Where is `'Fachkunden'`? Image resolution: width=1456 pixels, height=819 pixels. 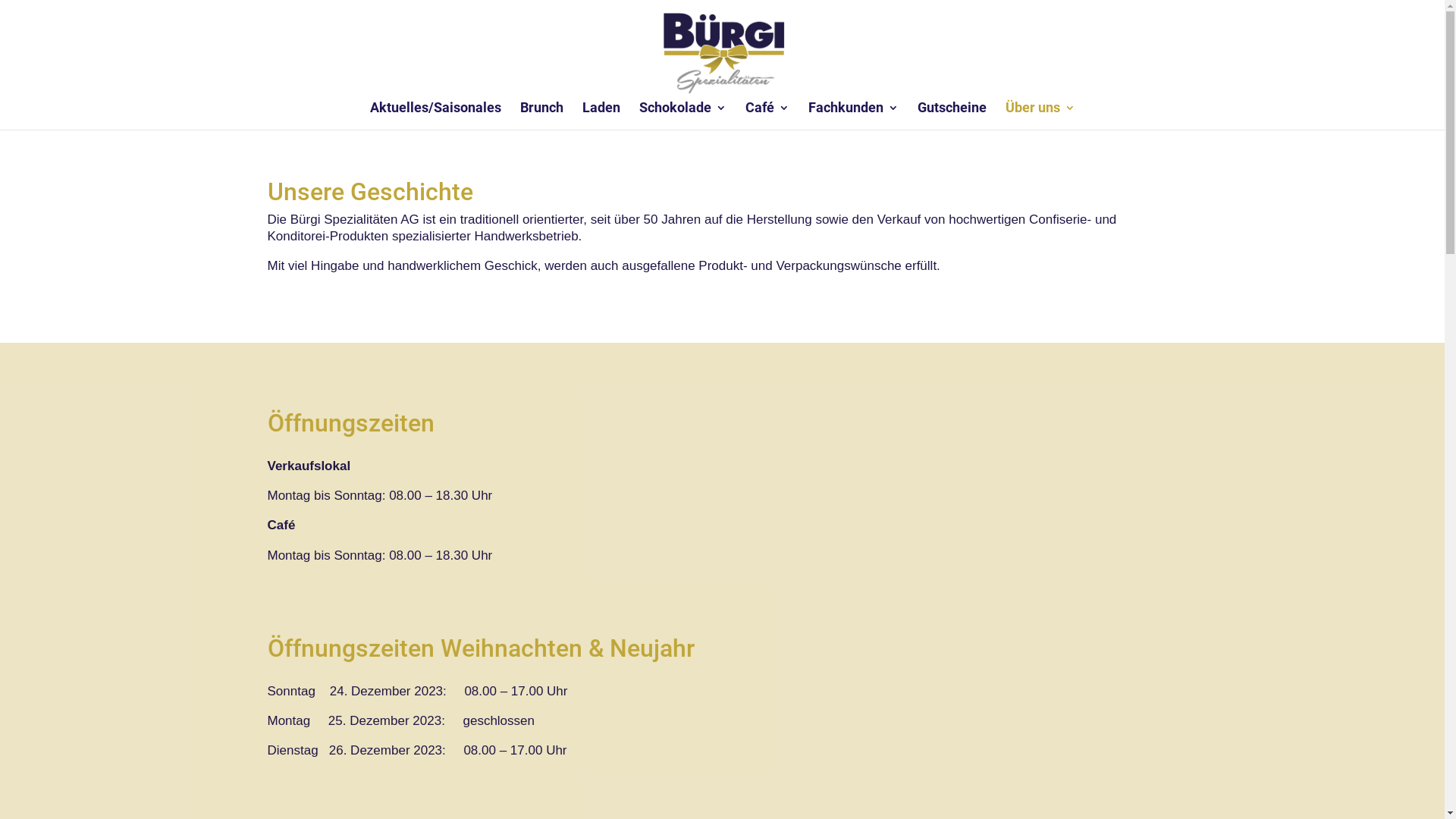 'Fachkunden' is located at coordinates (853, 115).